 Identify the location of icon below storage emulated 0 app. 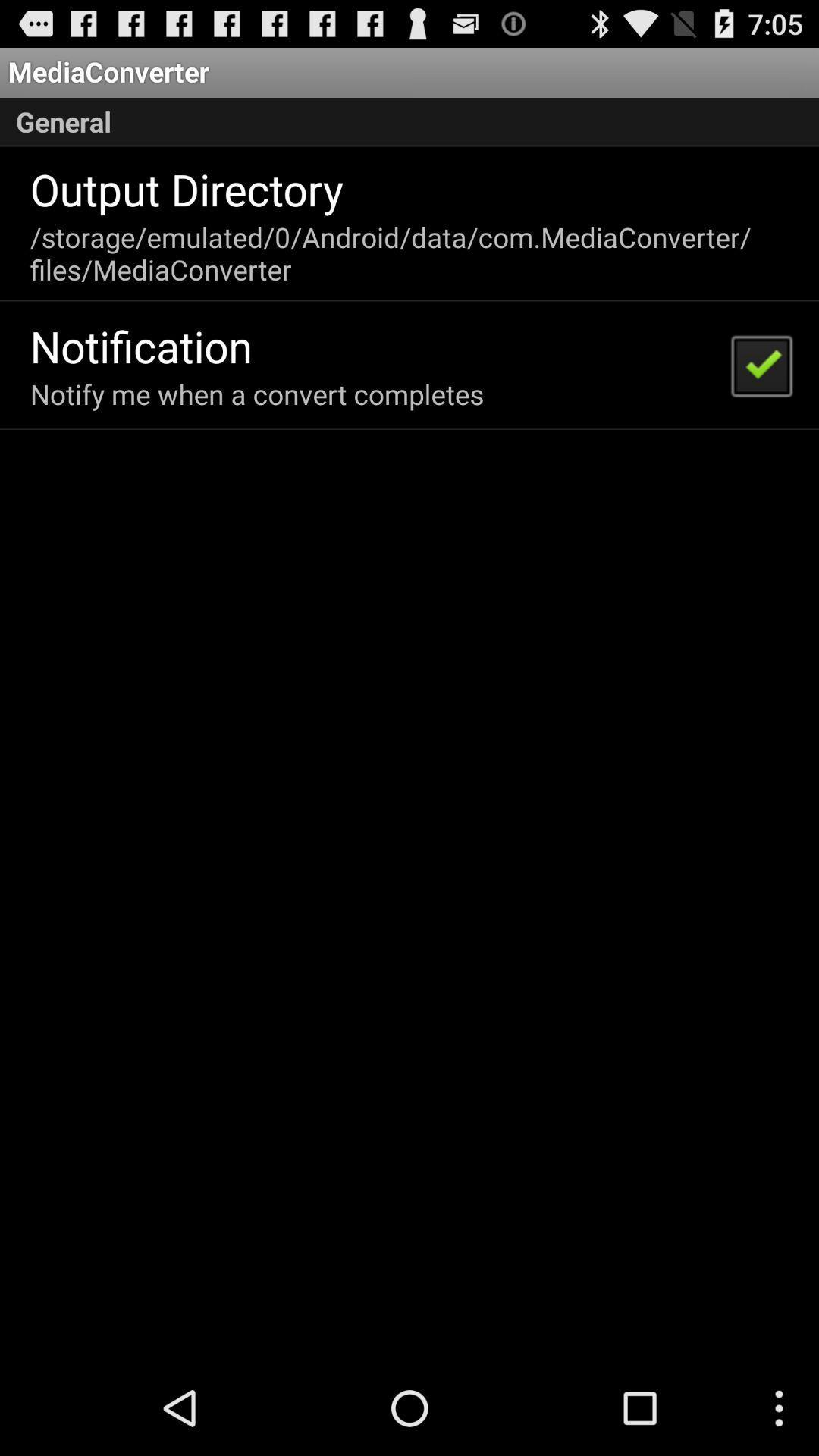
(141, 345).